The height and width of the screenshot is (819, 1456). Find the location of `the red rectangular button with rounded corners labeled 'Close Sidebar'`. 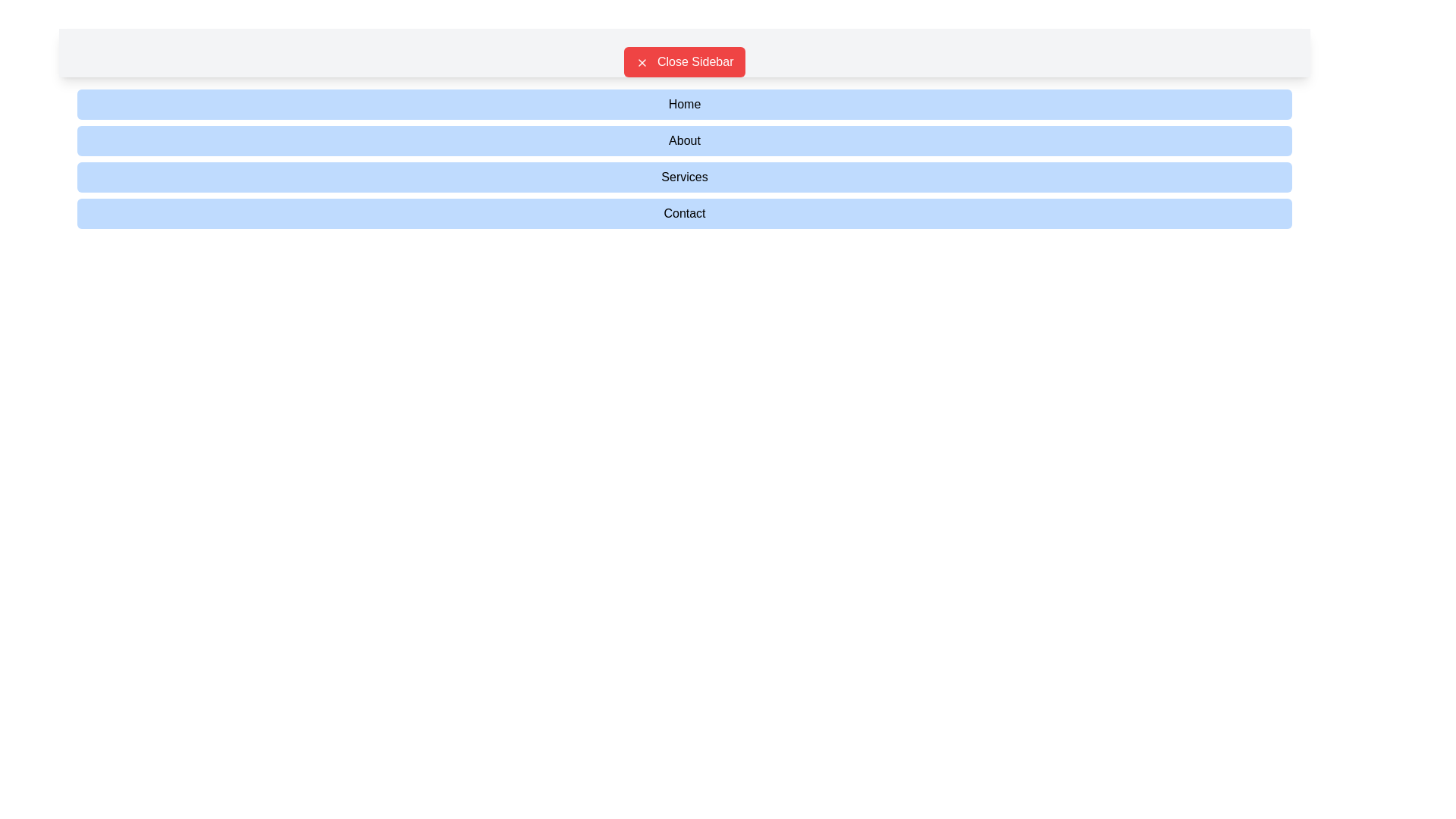

the red rectangular button with rounded corners labeled 'Close Sidebar' is located at coordinates (683, 61).